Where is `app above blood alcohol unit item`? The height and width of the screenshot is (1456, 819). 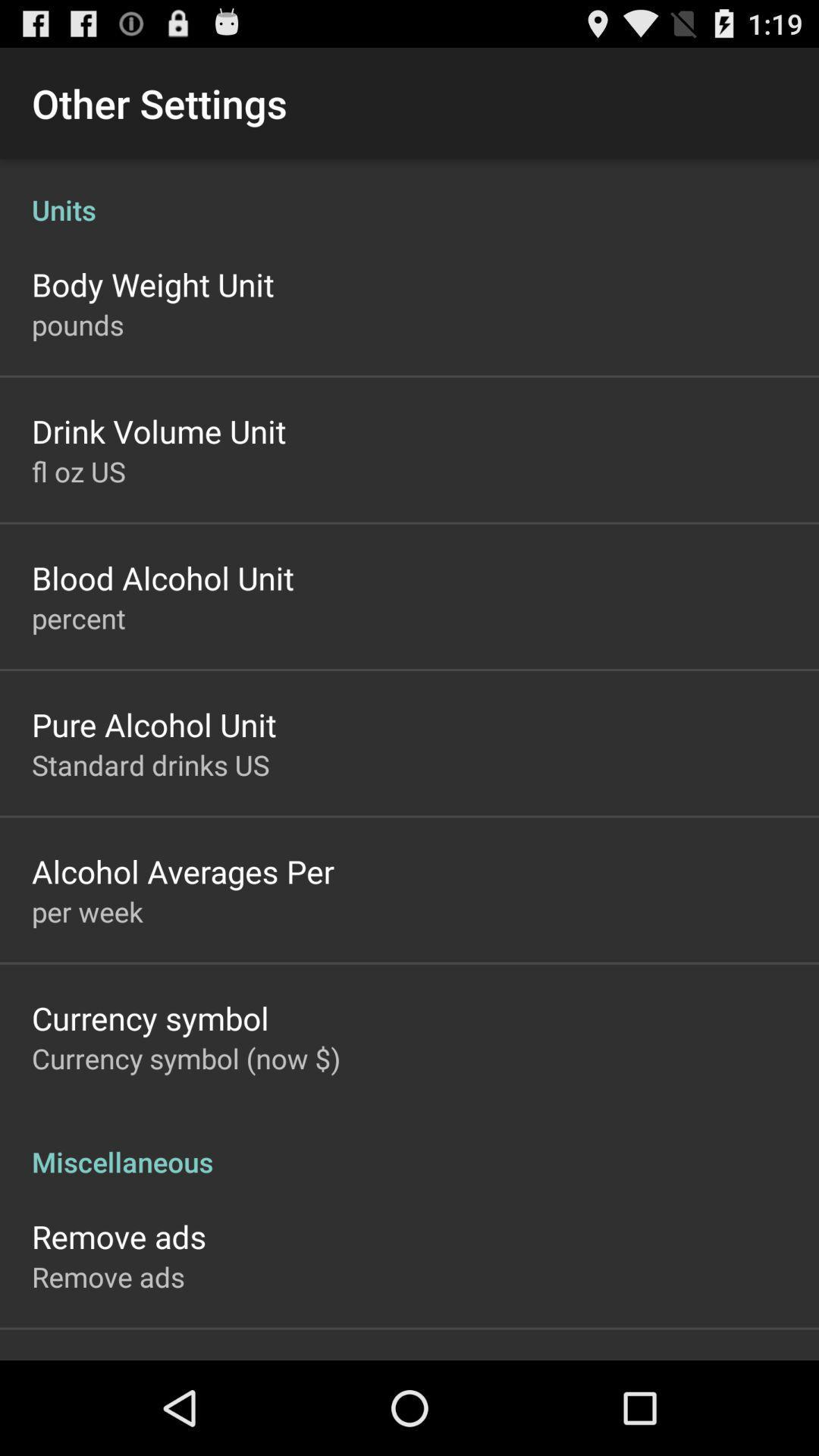 app above blood alcohol unit item is located at coordinates (78, 470).